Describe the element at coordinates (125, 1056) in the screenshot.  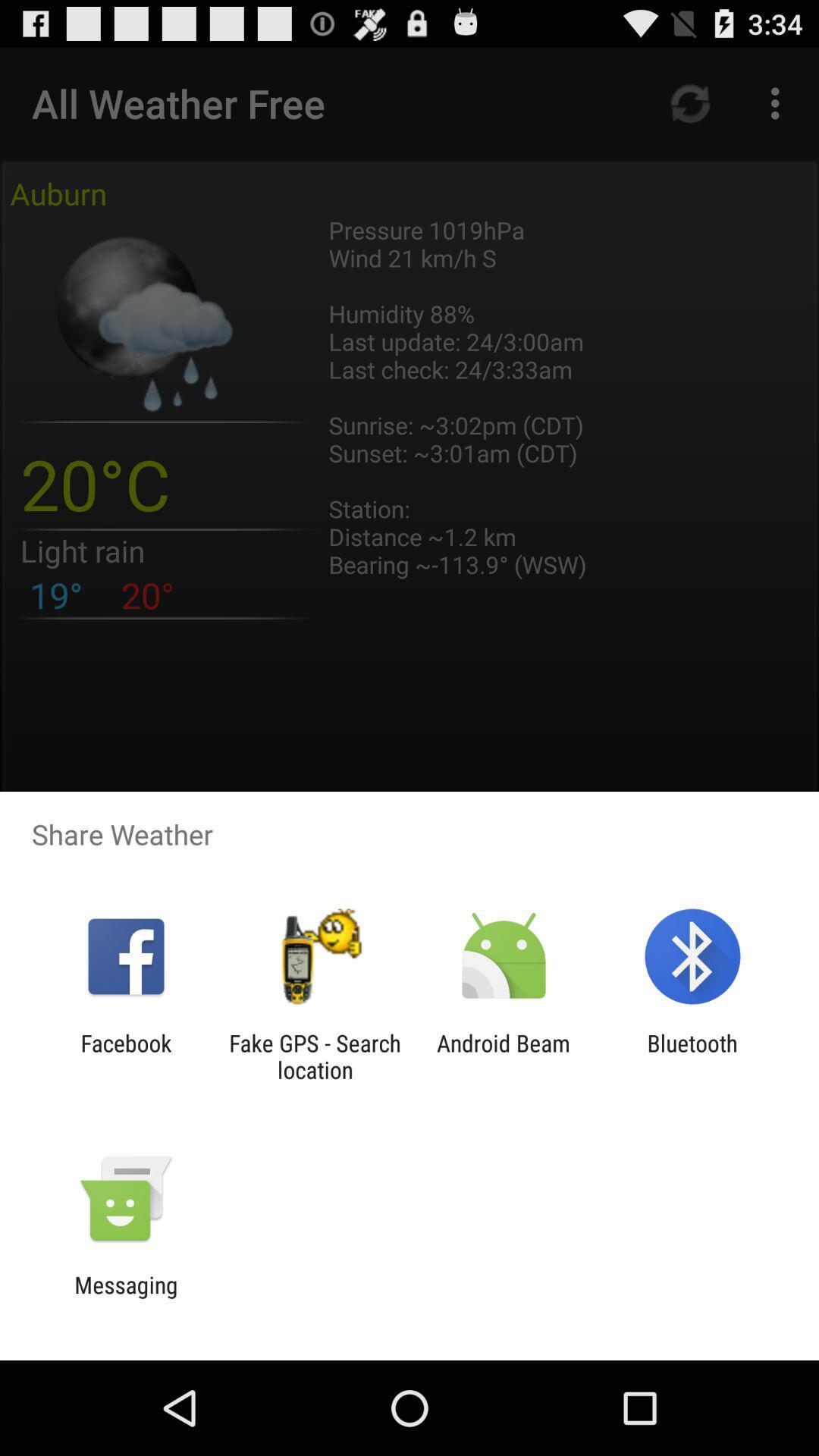
I see `the item to the left of the fake gps search item` at that location.